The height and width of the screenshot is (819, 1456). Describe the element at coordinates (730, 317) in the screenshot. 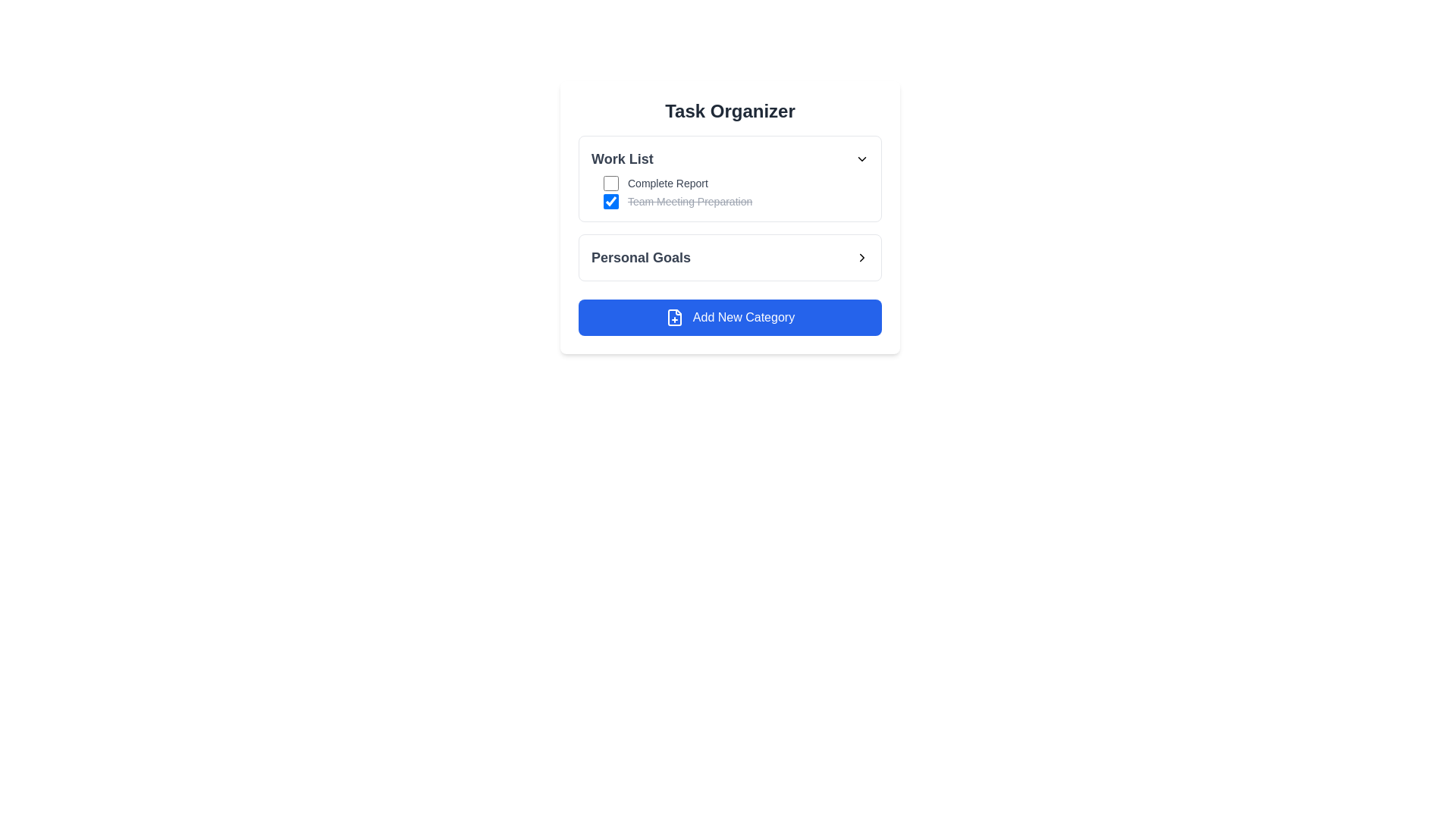

I see `the 'Add Category' button located at the bottom of the task organizer interface` at that location.